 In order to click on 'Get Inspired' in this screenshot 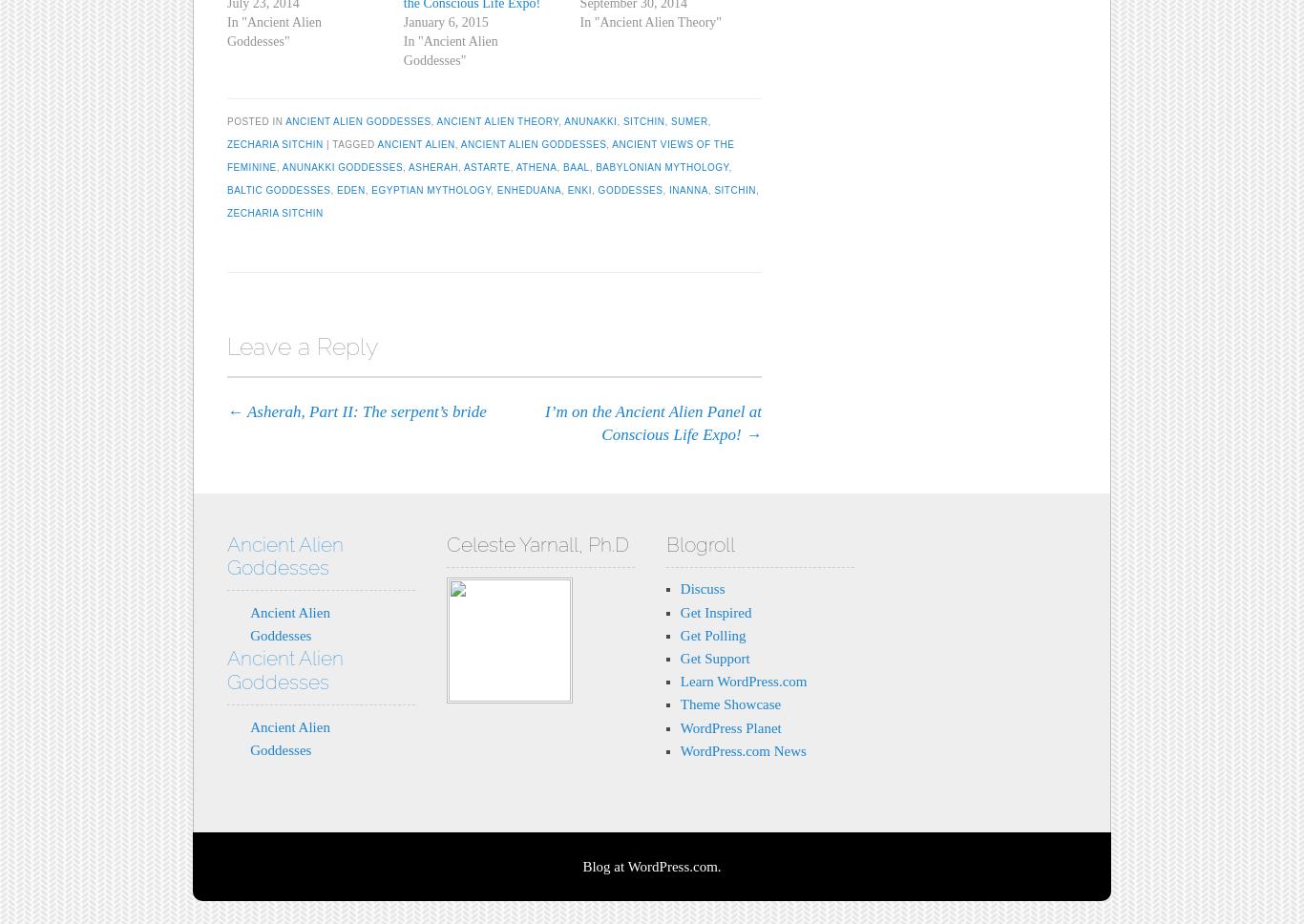, I will do `click(679, 611)`.